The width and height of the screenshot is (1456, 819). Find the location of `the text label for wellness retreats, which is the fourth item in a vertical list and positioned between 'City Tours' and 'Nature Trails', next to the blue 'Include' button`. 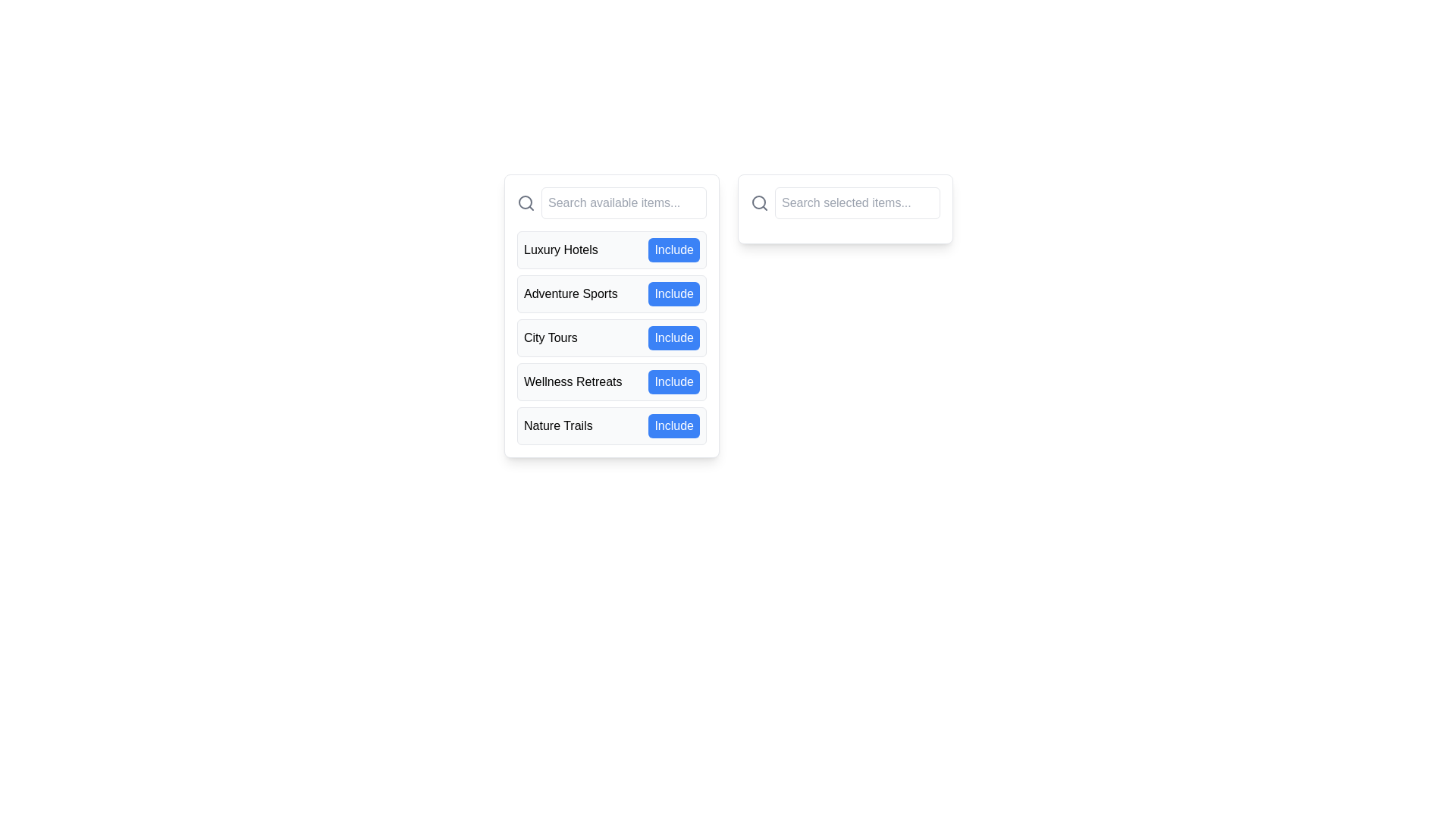

the text label for wellness retreats, which is the fourth item in a vertical list and positioned between 'City Tours' and 'Nature Trails', next to the blue 'Include' button is located at coordinates (572, 381).